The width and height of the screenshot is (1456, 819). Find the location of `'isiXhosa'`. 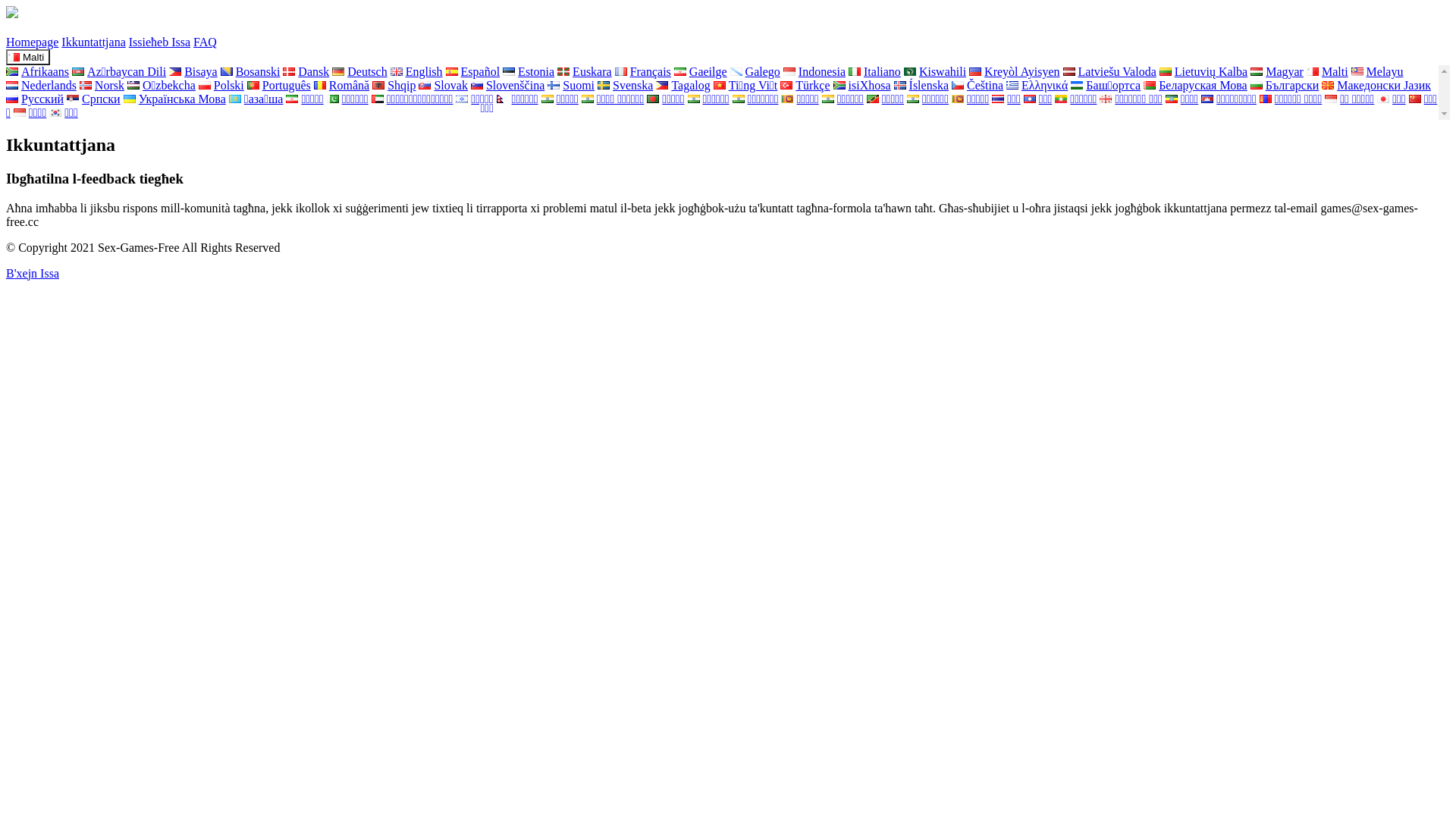

'isiXhosa' is located at coordinates (862, 85).